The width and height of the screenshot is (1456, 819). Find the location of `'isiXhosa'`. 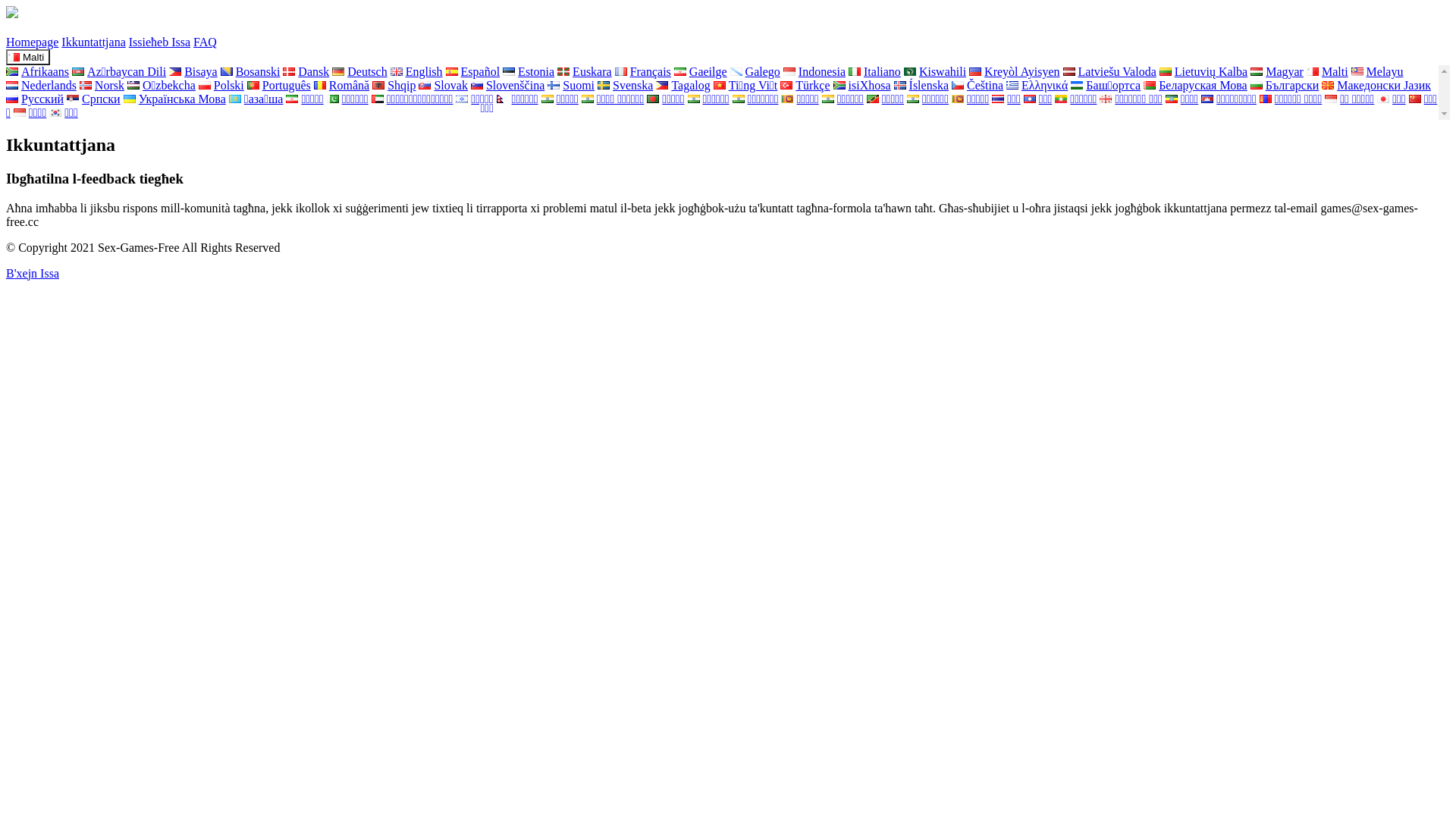

'isiXhosa' is located at coordinates (862, 85).